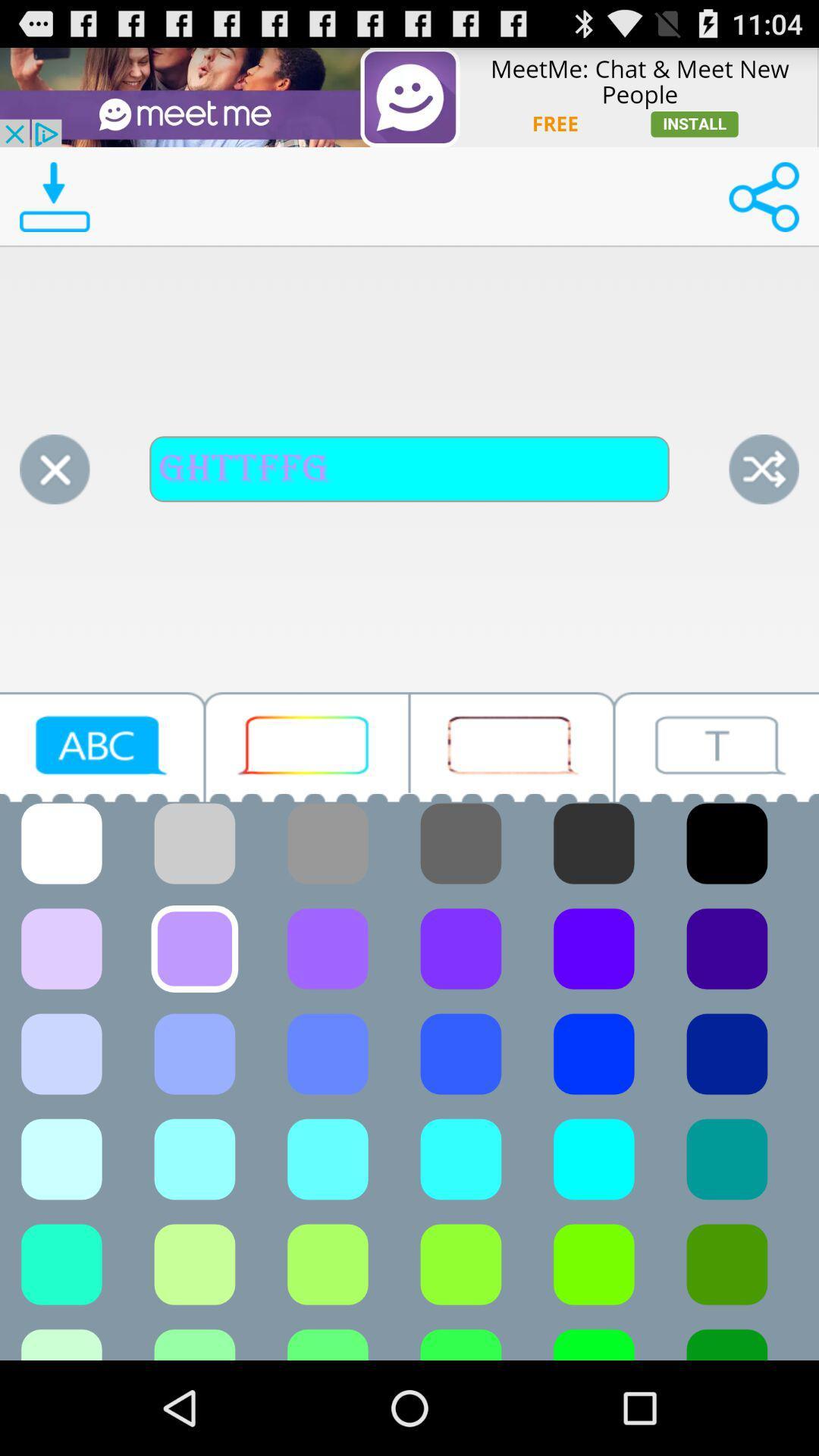 The width and height of the screenshot is (819, 1456). I want to click on advertisement, so click(409, 96).